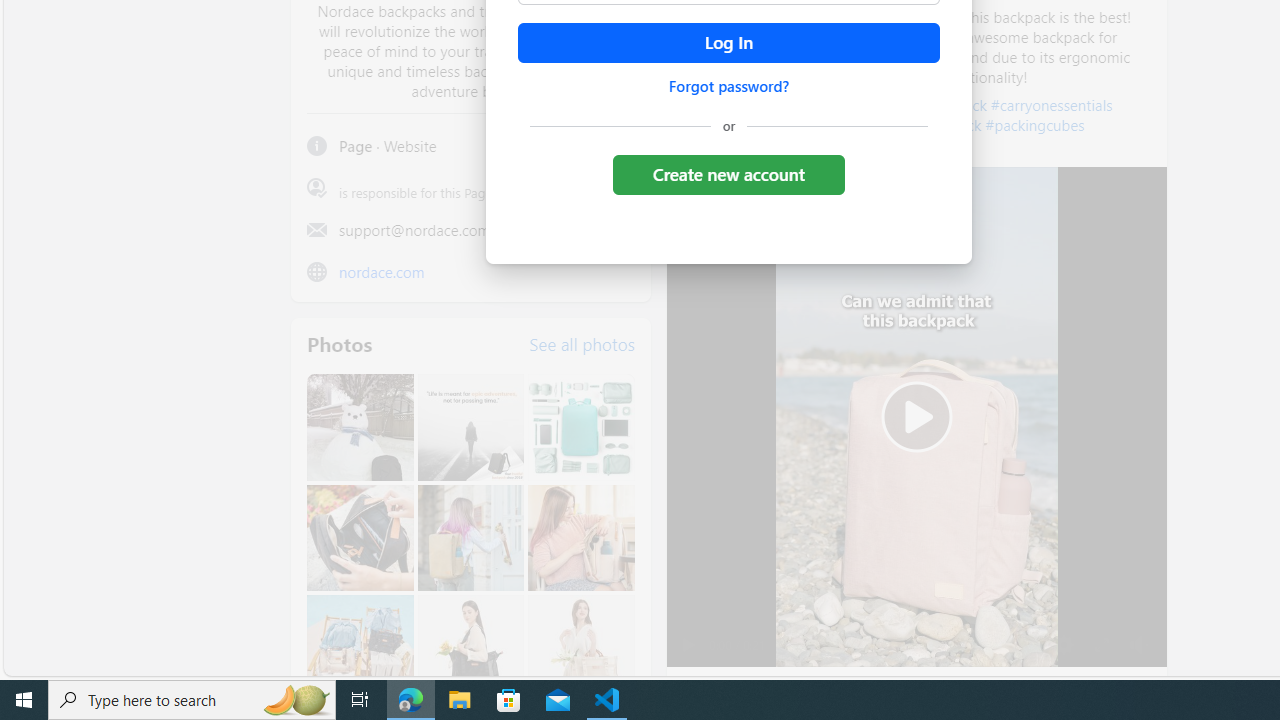 The image size is (1280, 720). What do you see at coordinates (727, 173) in the screenshot?
I see `'Create new account'` at bounding box center [727, 173].